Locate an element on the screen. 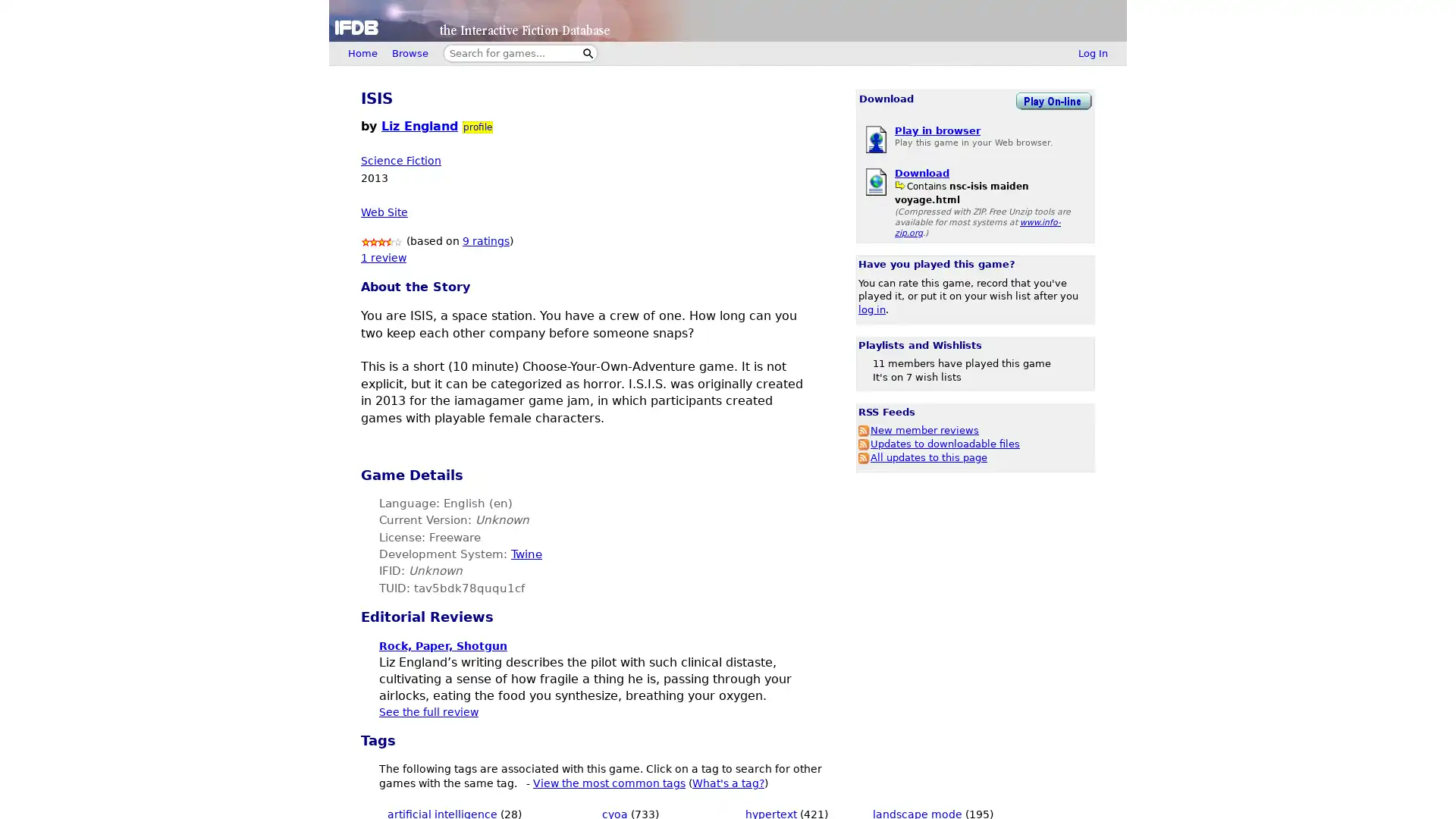 Image resolution: width=1456 pixels, height=819 pixels. Search is located at coordinates (587, 52).